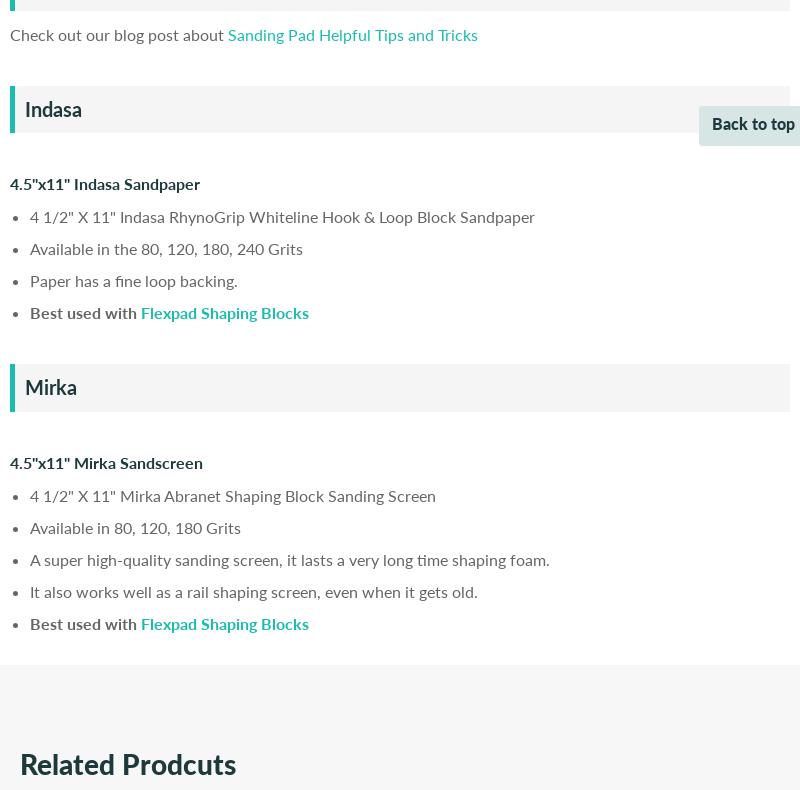 The width and height of the screenshot is (800, 790). What do you see at coordinates (10, 182) in the screenshot?
I see `'4.5"x11" Indasa Sandpaper'` at bounding box center [10, 182].